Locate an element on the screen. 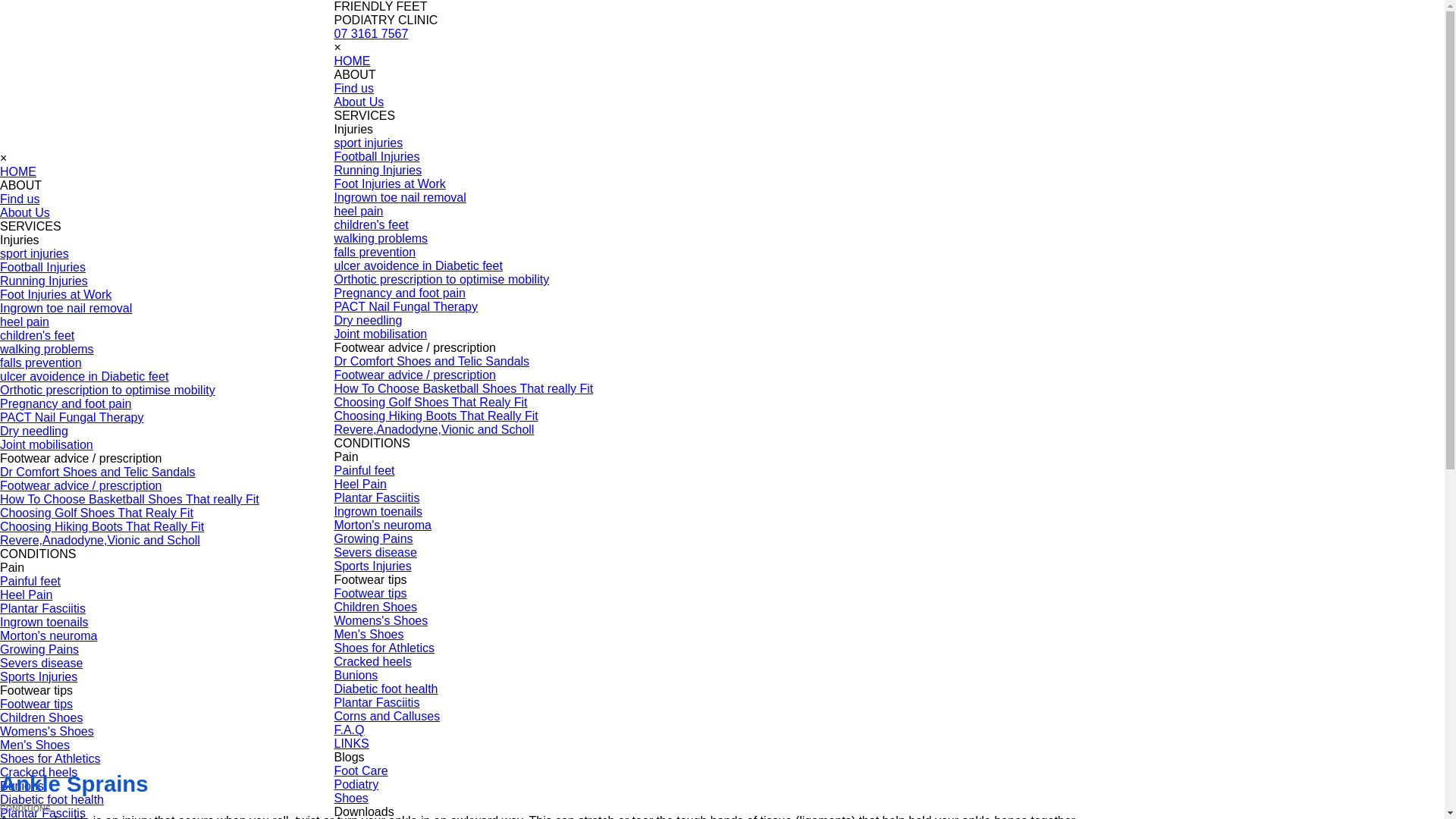 The height and width of the screenshot is (819, 1456). 'PACT Nail Fungal Therapy' is located at coordinates (405, 306).